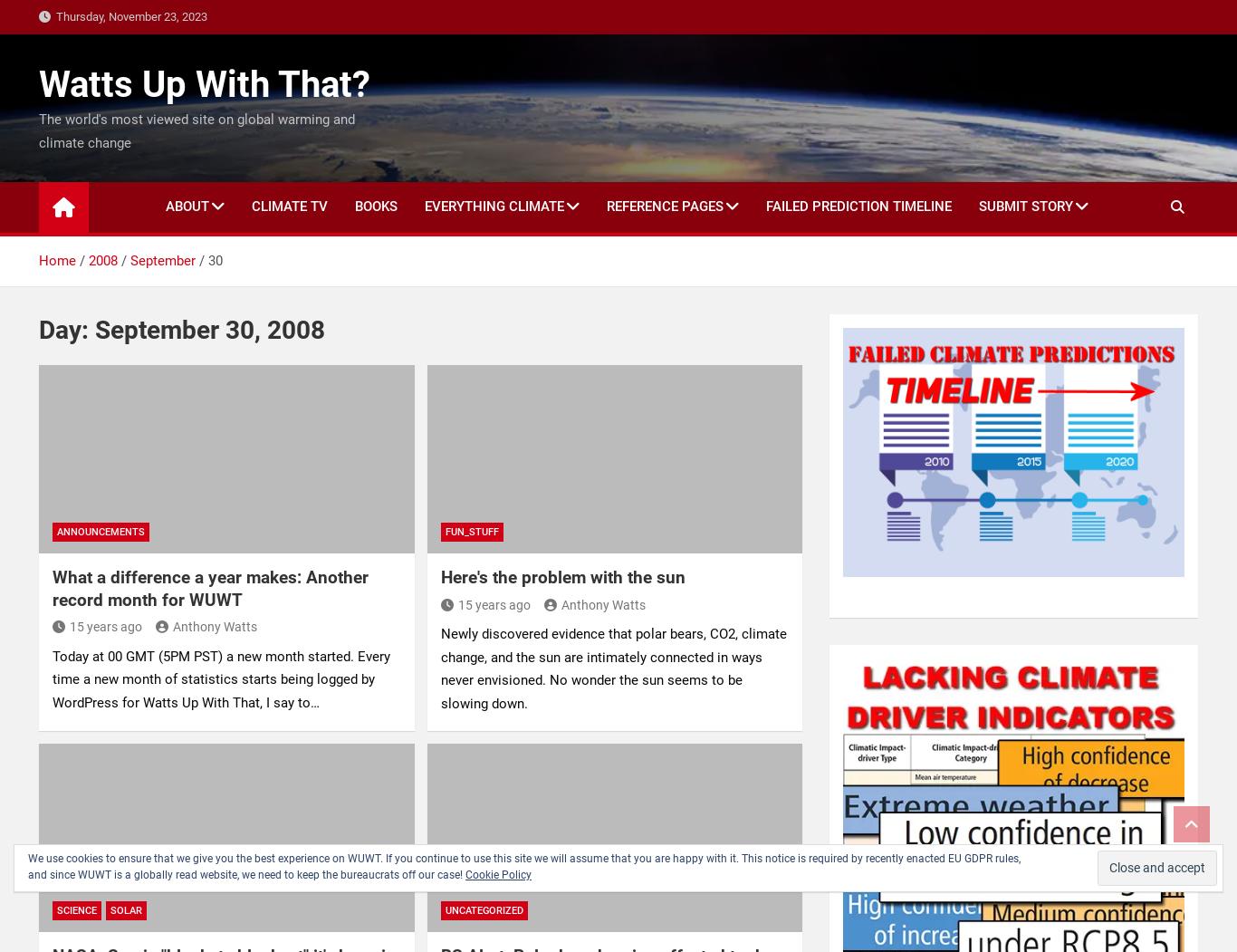 This screenshot has height=952, width=1237. I want to click on 'September', so click(162, 259).